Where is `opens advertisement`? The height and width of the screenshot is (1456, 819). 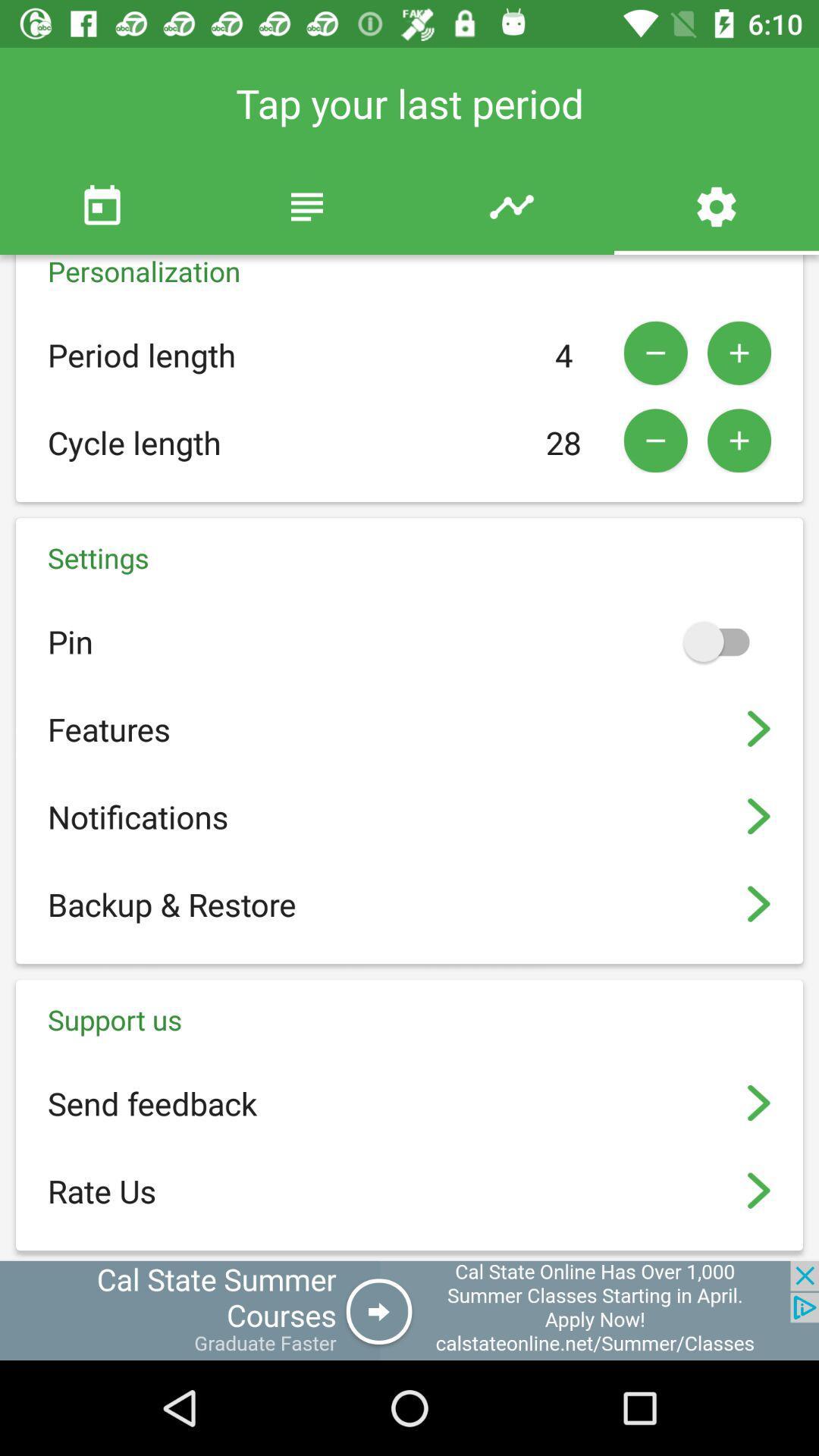
opens advertisement is located at coordinates (409, 1310).